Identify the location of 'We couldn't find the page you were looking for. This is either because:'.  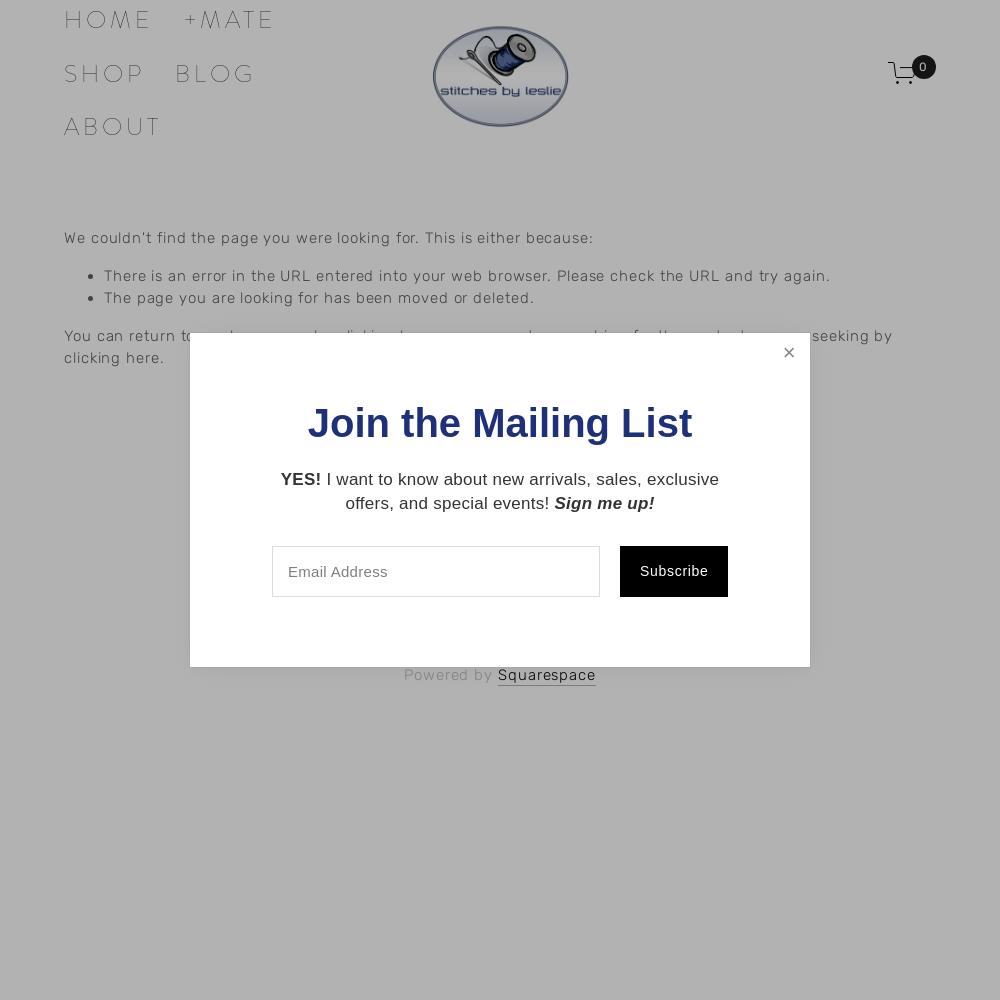
(327, 237).